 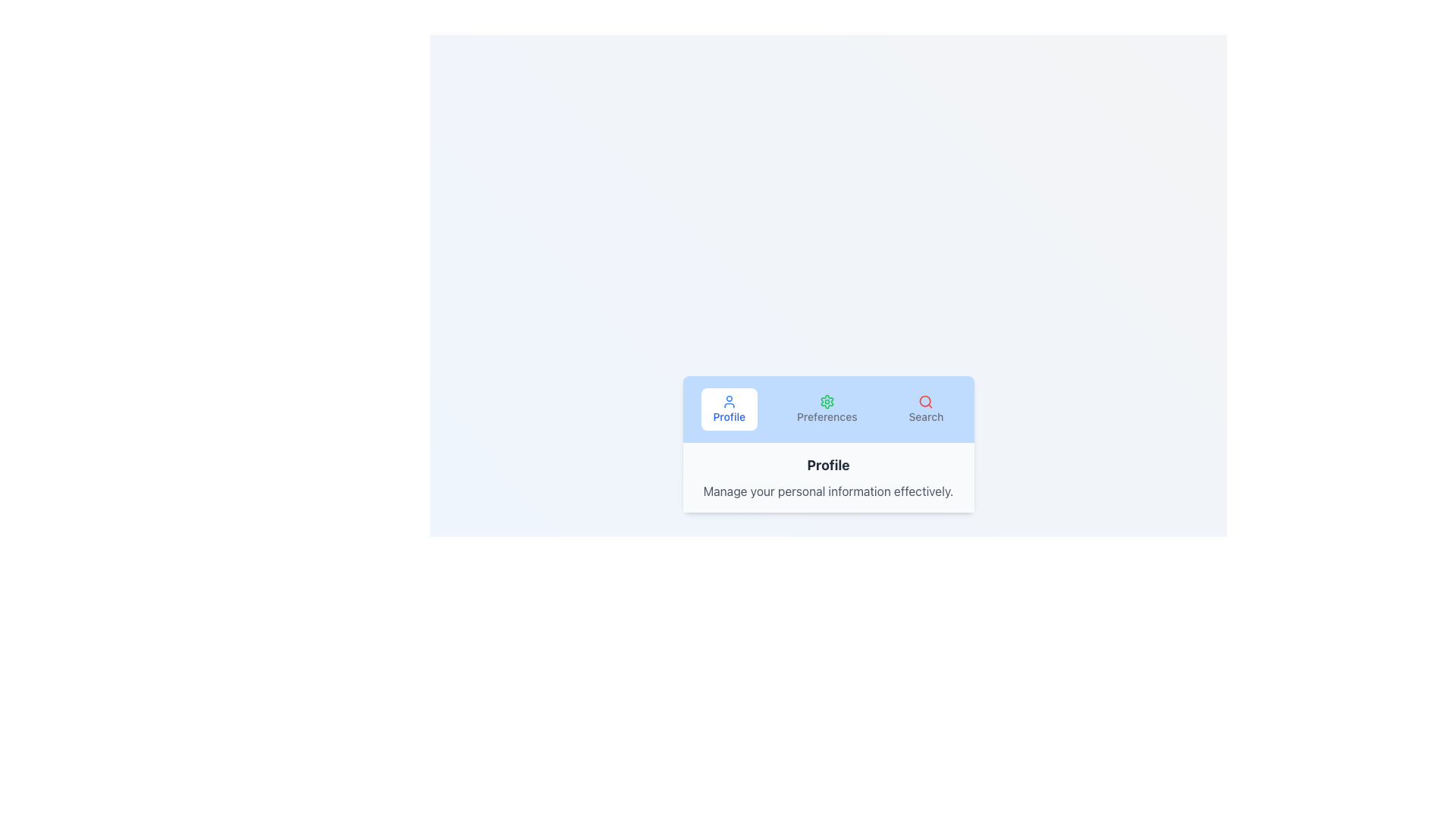 I want to click on the rightmost button in the horizontally aligned button group, so click(x=925, y=409).